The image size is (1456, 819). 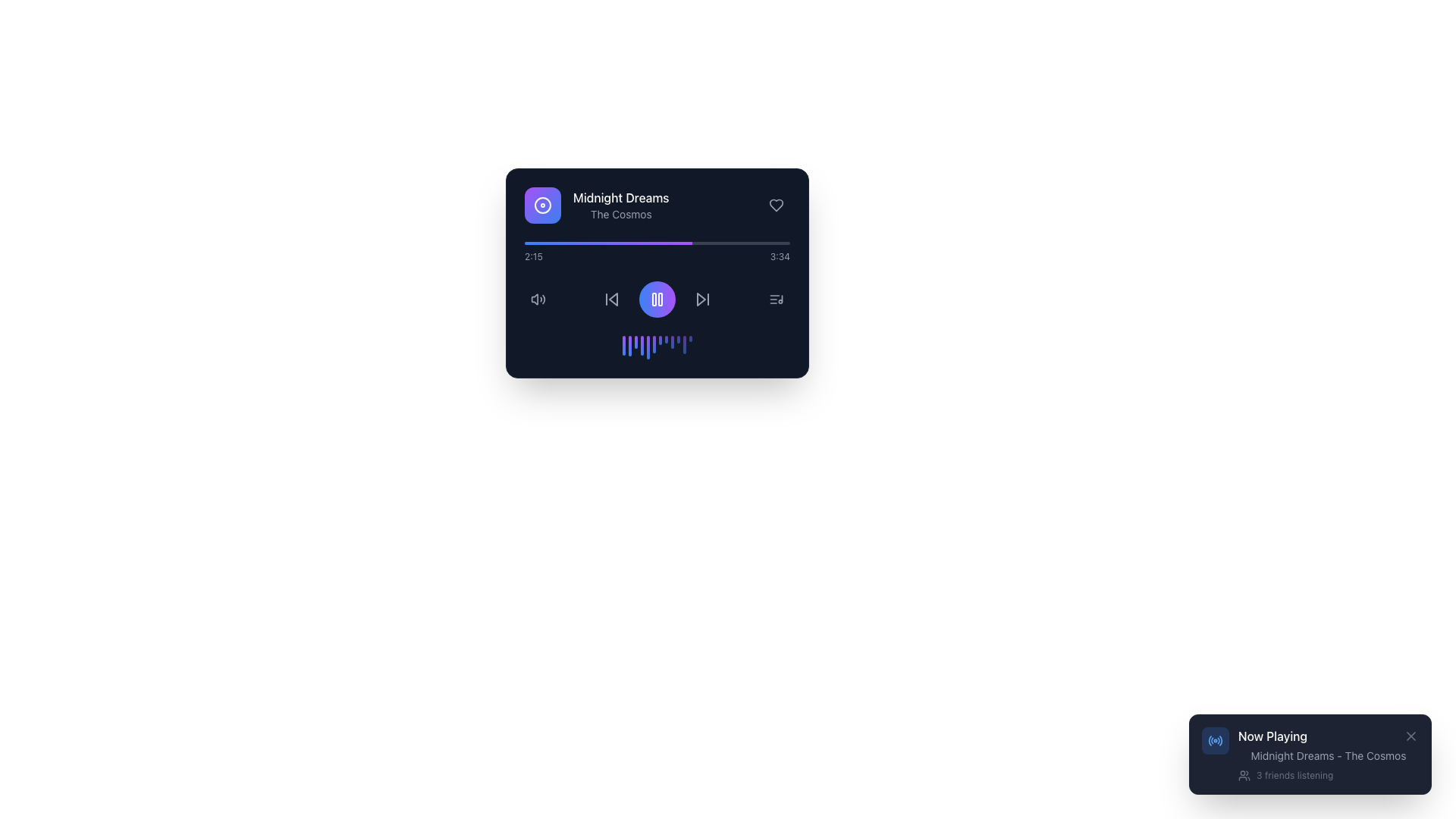 What do you see at coordinates (1310, 755) in the screenshot?
I see `the Notification banner displaying 'Now Playing' with the description 'Midnight Dreams - The Cosmos' and detail '3 friends listening'` at bounding box center [1310, 755].